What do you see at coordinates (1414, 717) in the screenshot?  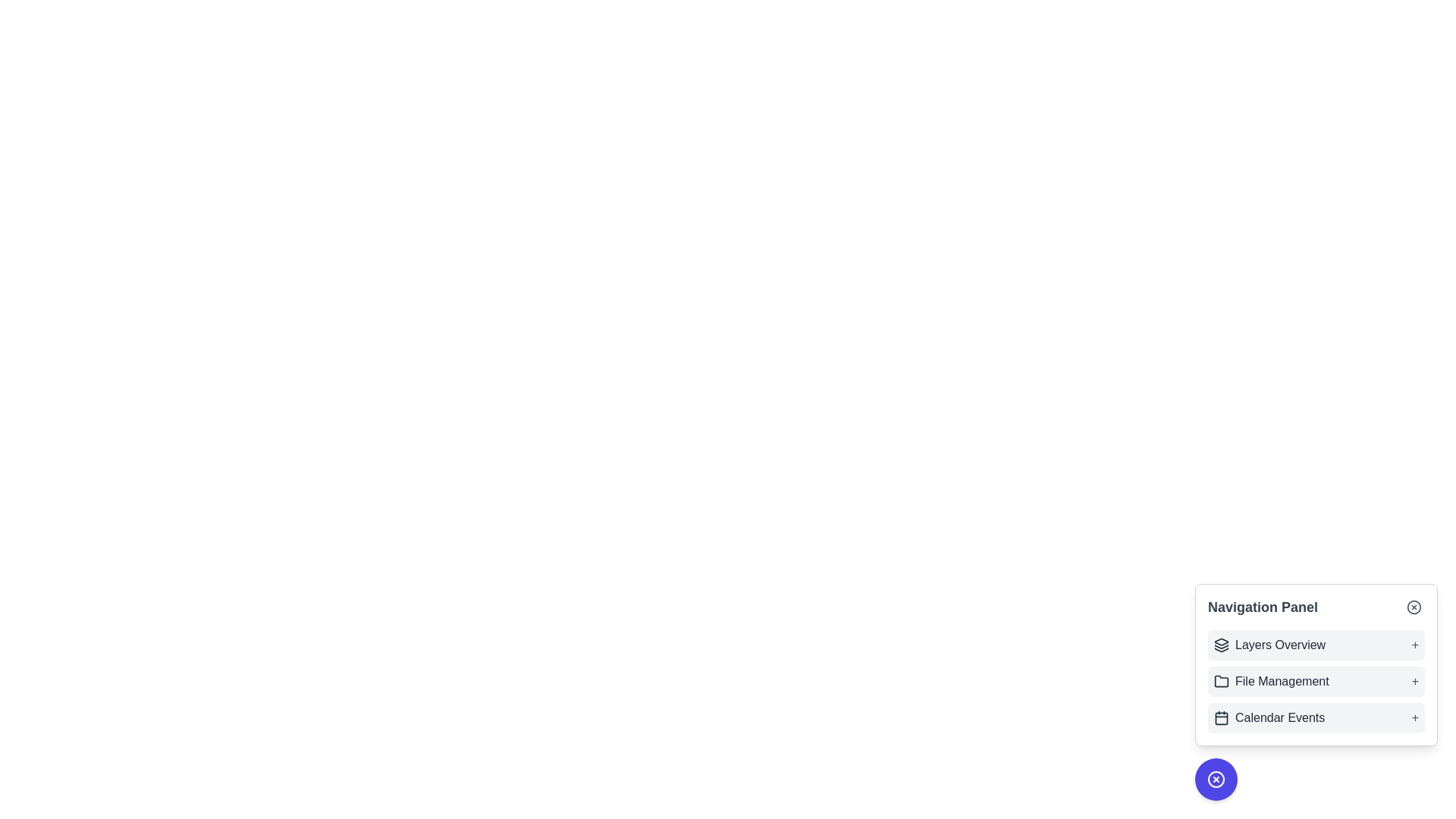 I see `the '+' button located on the far-right side of the 'Calendar Events' section in the vertical navigation menu` at bounding box center [1414, 717].